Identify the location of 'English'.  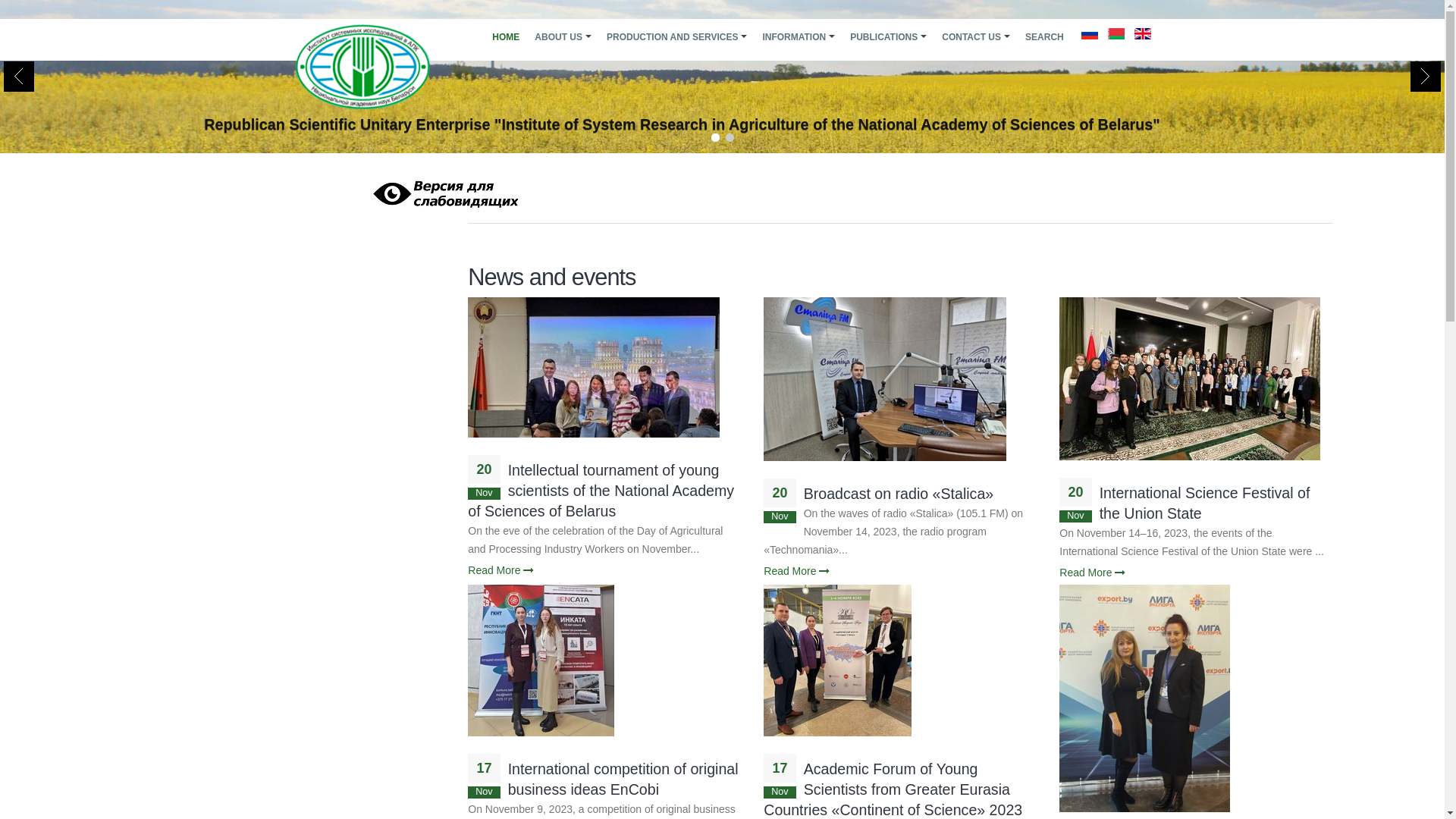
(1143, 32).